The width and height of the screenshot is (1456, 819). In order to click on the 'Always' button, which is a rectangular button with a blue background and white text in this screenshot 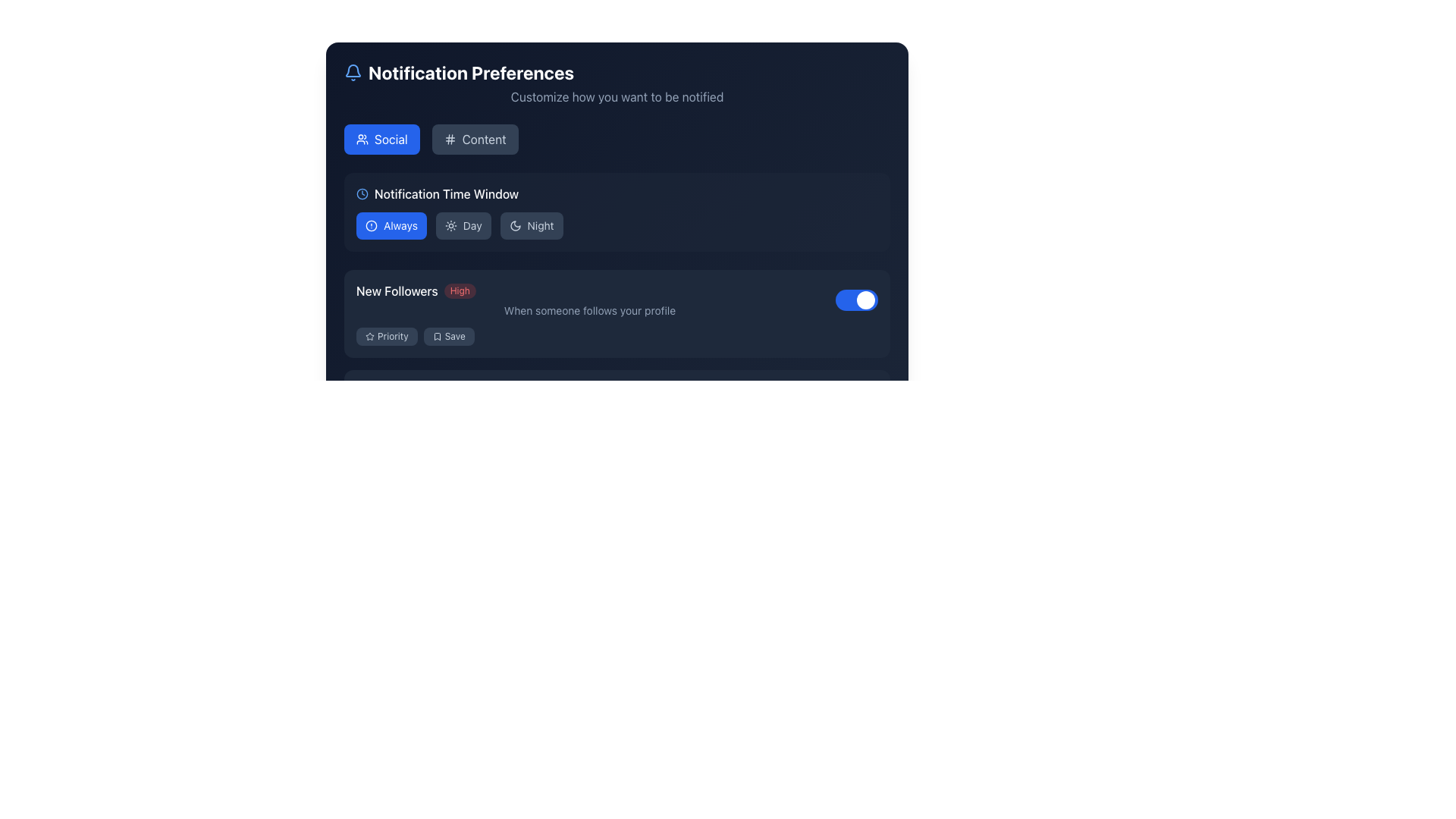, I will do `click(391, 225)`.